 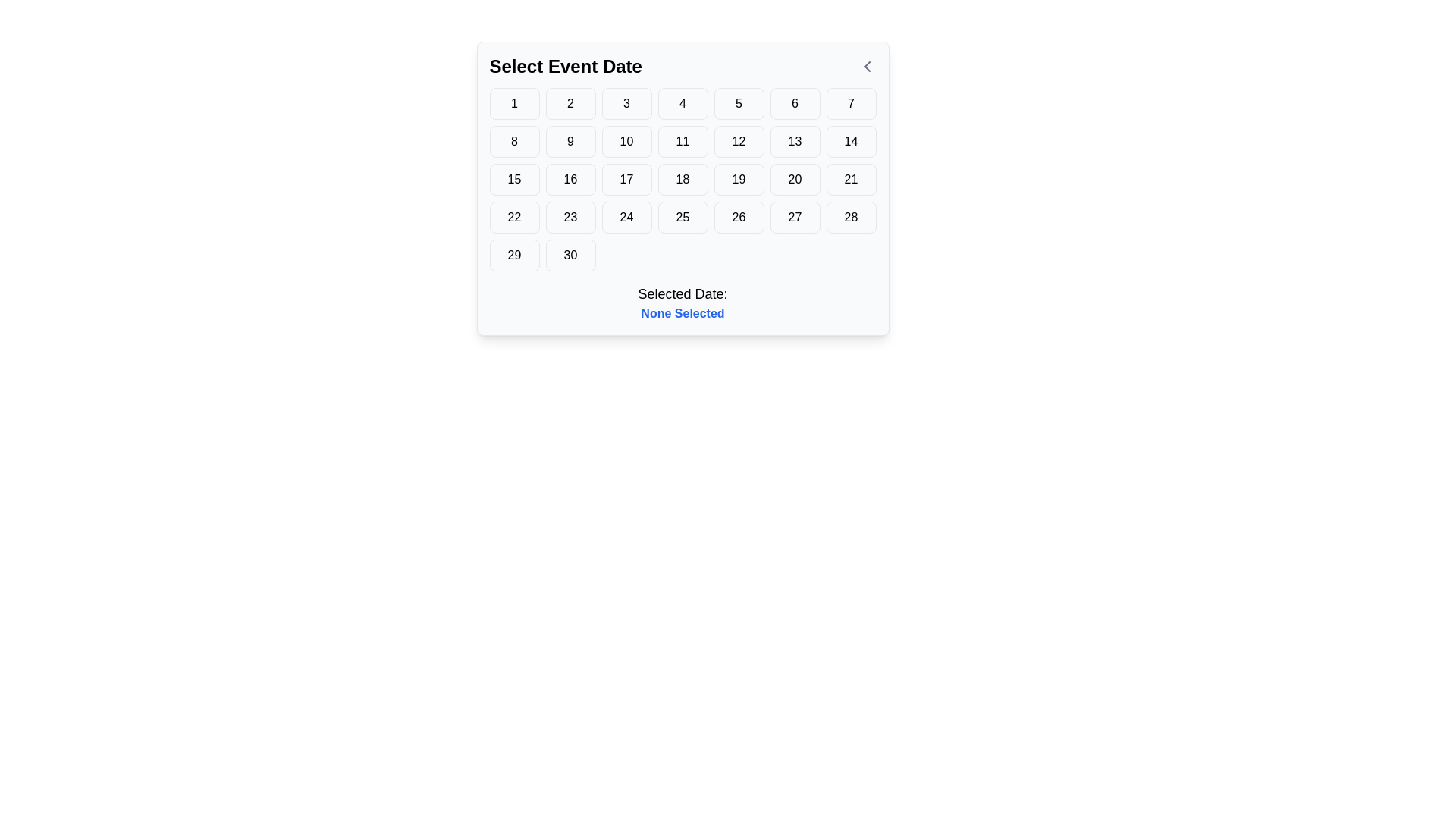 What do you see at coordinates (867, 66) in the screenshot?
I see `the left-facing chevron icon button in the top-right corner of the 'Select Event Date' section` at bounding box center [867, 66].